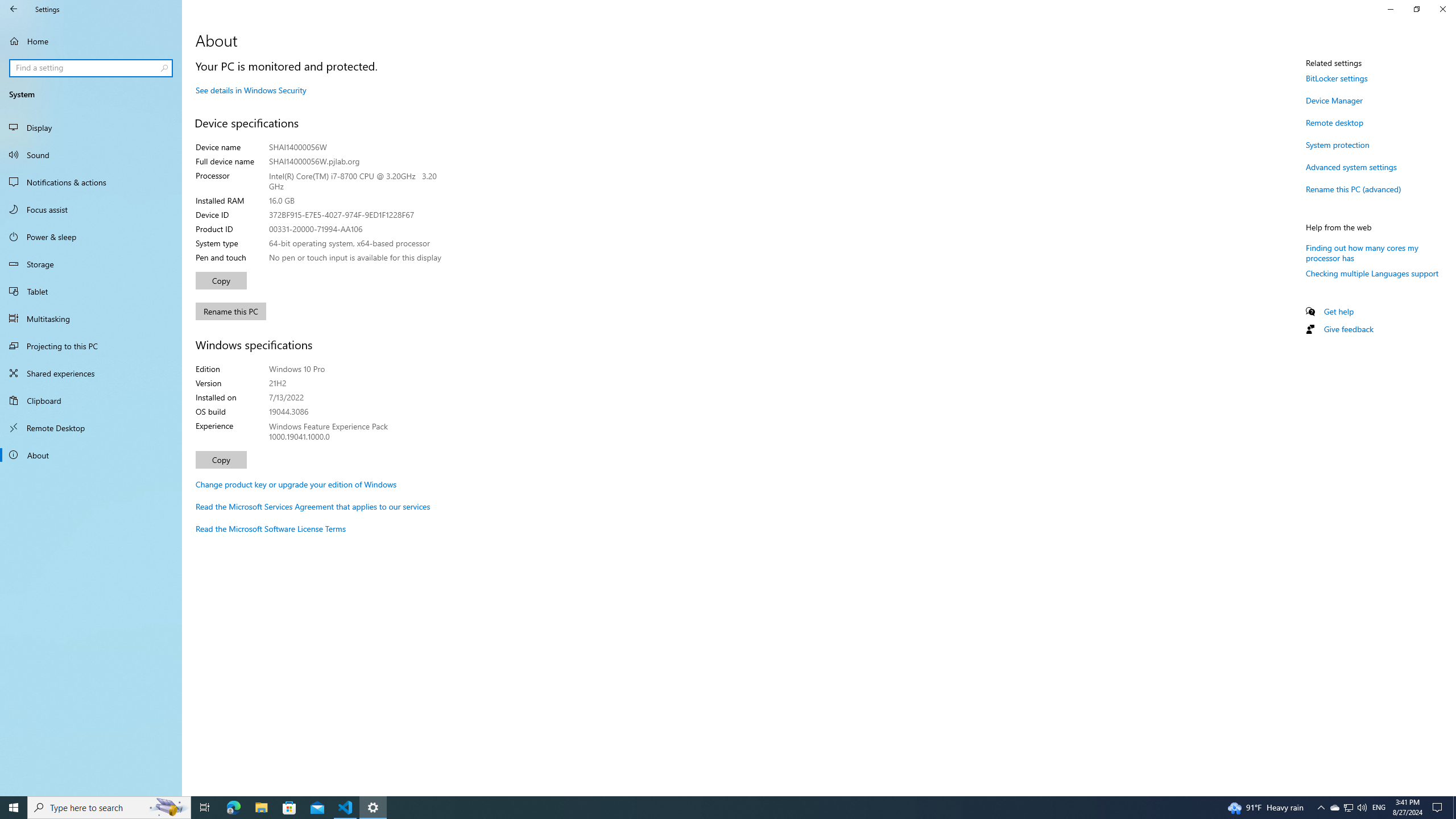 The height and width of the screenshot is (819, 1456). I want to click on 'Storage', so click(90, 263).